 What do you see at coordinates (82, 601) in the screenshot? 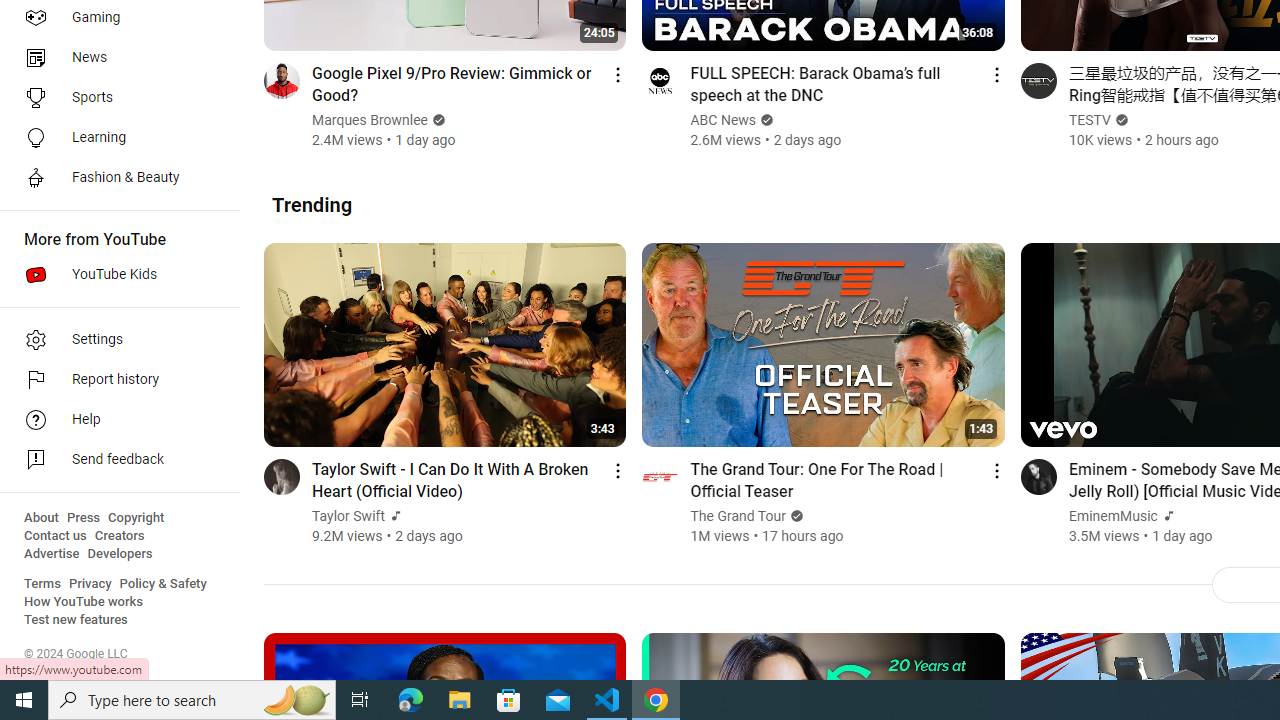
I see `'How YouTube works'` at bounding box center [82, 601].